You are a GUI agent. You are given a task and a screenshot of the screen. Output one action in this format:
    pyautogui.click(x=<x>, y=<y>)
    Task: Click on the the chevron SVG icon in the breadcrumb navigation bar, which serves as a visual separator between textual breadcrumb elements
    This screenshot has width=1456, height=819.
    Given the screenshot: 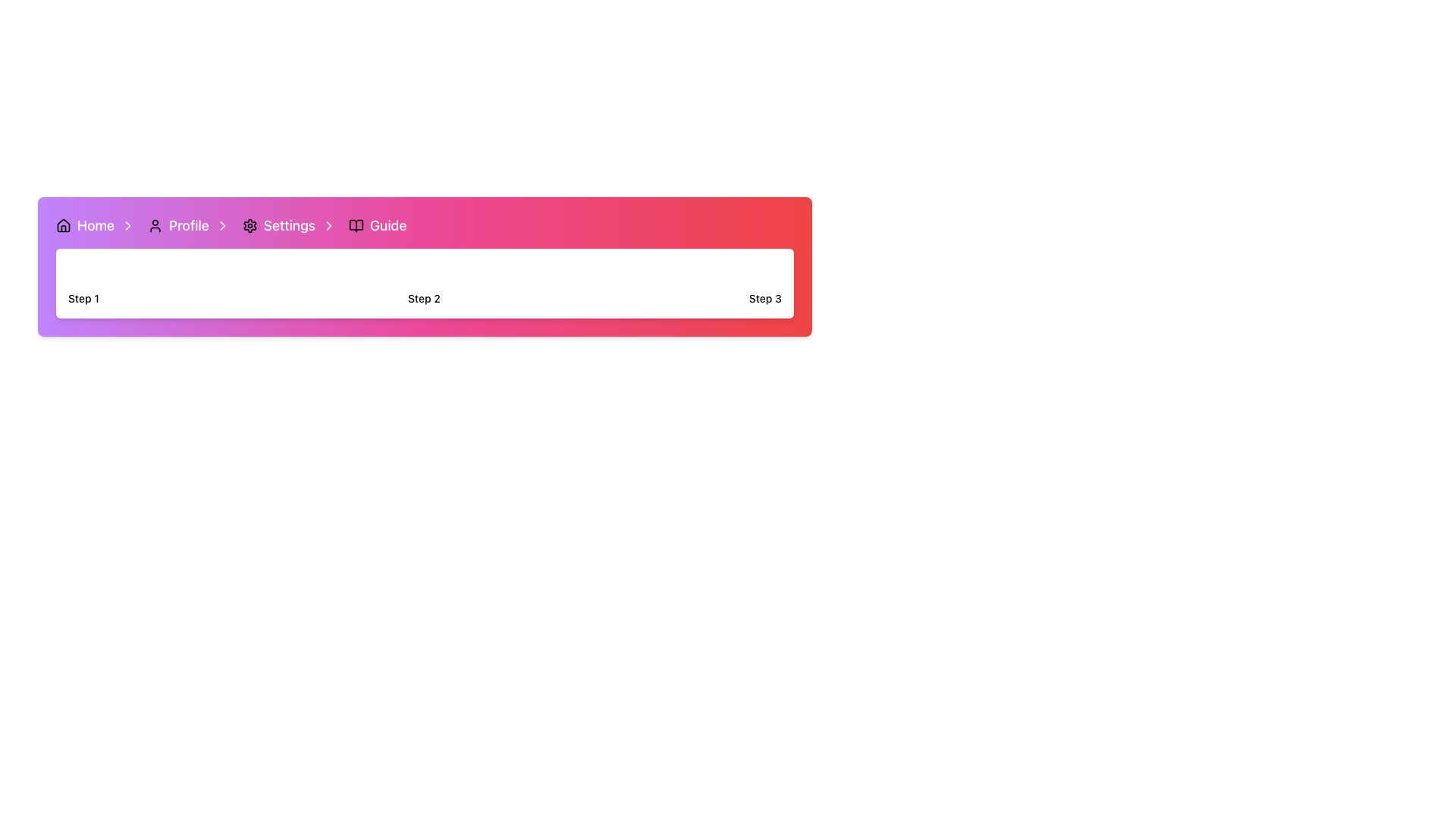 What is the action you would take?
    pyautogui.click(x=328, y=225)
    